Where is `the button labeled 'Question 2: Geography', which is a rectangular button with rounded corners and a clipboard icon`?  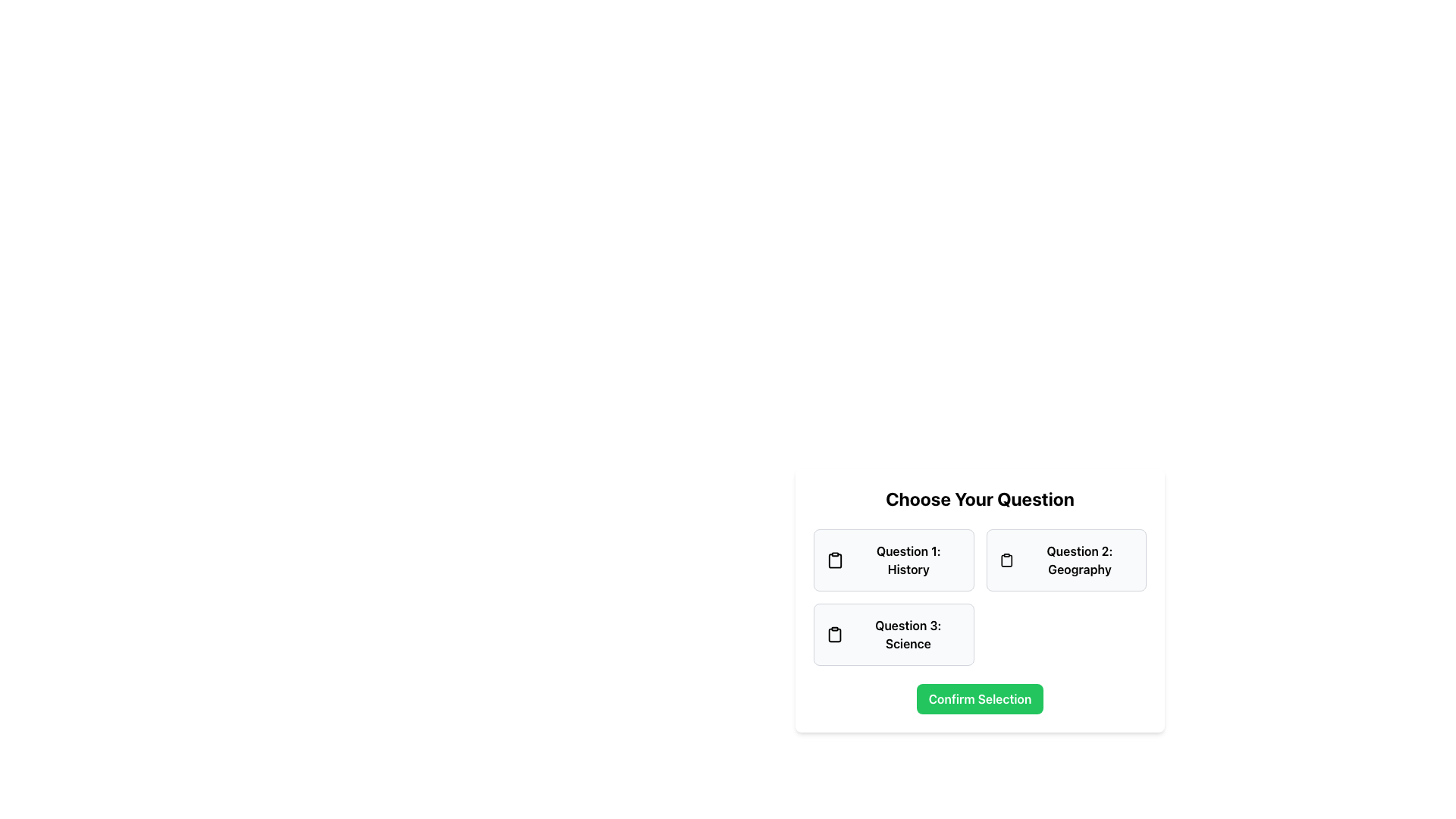 the button labeled 'Question 2: Geography', which is a rectangular button with rounded corners and a clipboard icon is located at coordinates (1065, 560).